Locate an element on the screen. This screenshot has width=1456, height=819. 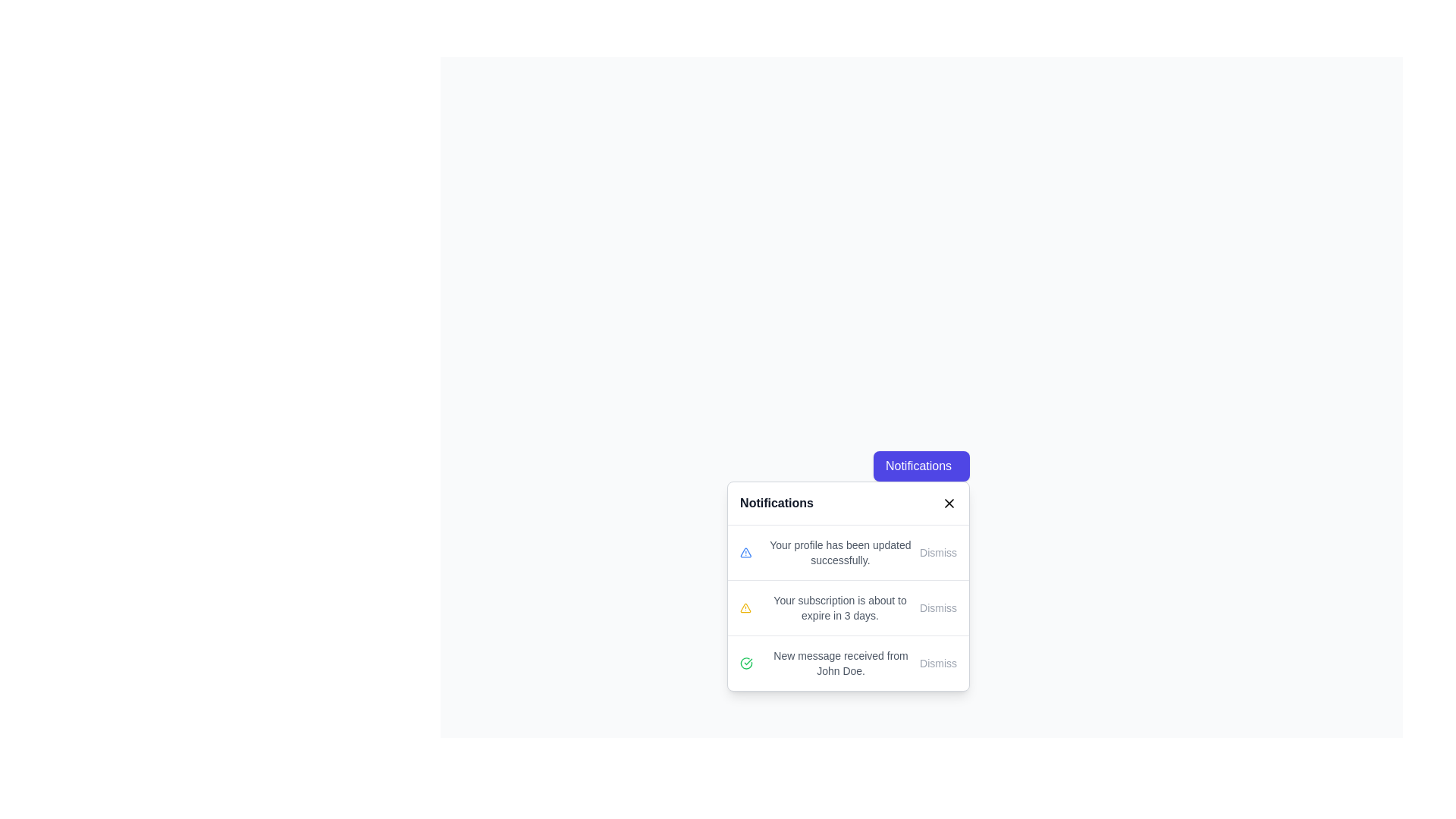
the circular success icon with a checkmark located to the left of the notification text indicating 'New message received from John Doe.' is located at coordinates (746, 663).